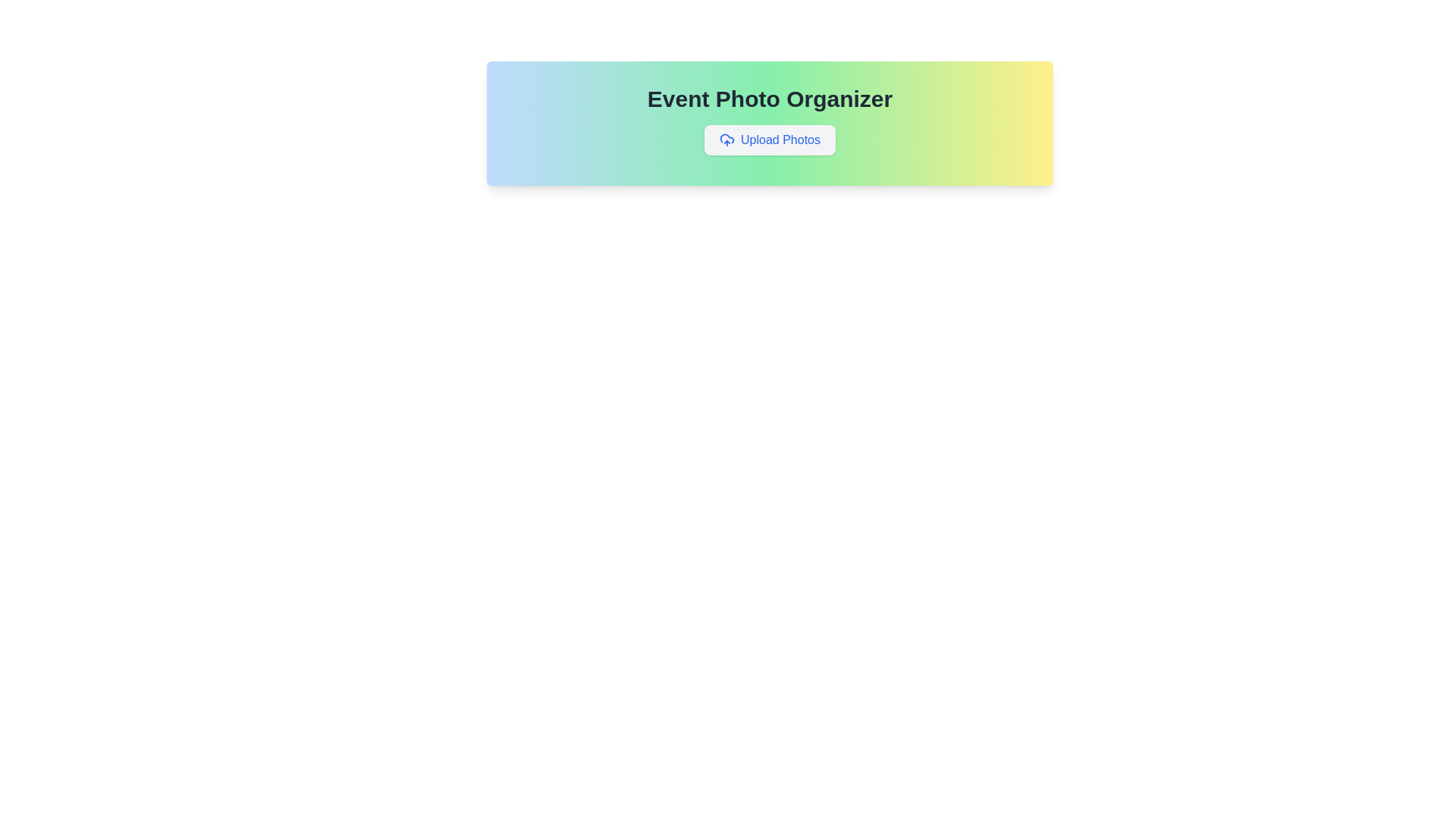  I want to click on the SVG-based icon located on the left side of the 'Upload Photos' button, which is centrally positioned under the 'Event Photo Organizer' header, so click(726, 140).